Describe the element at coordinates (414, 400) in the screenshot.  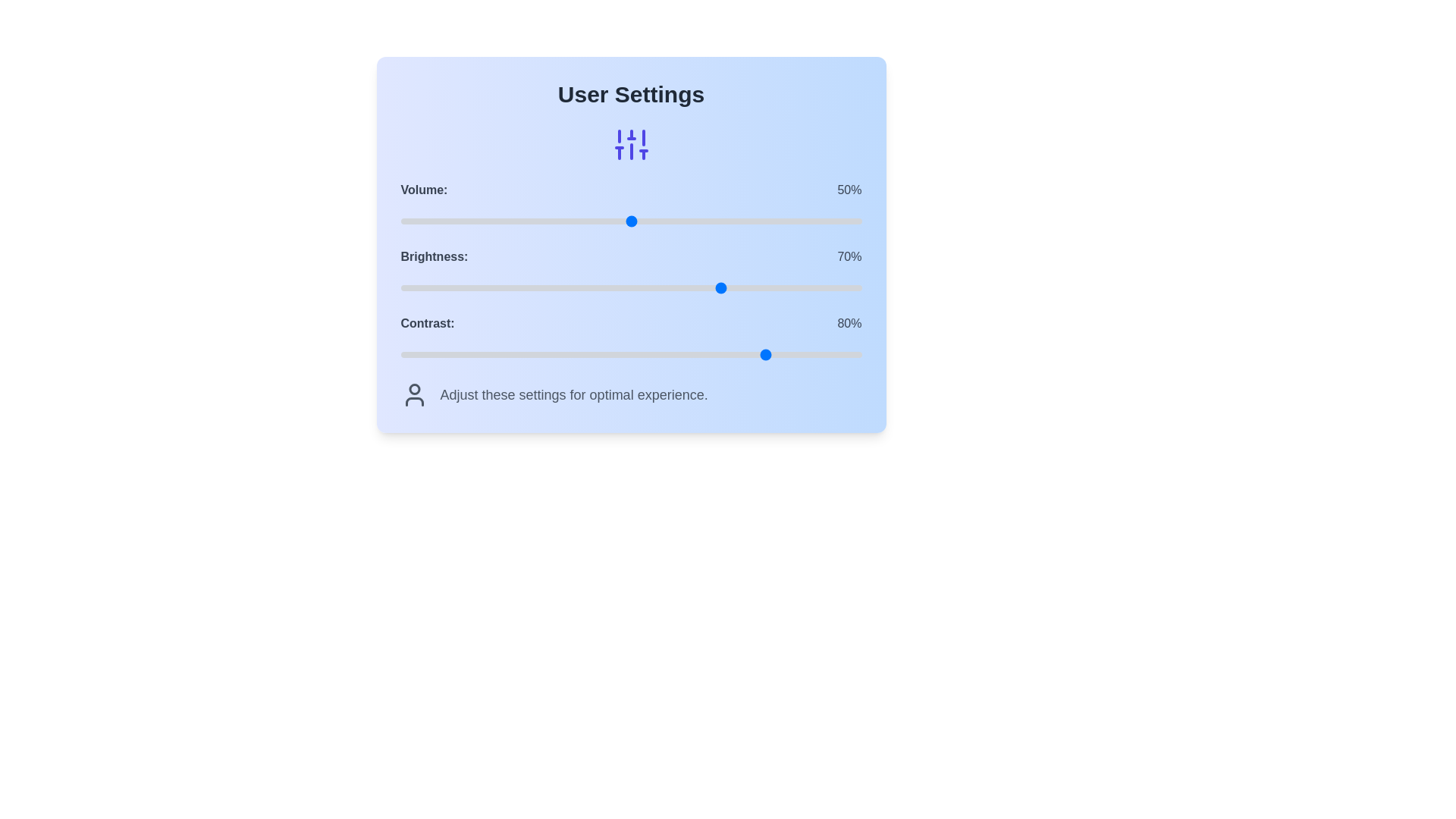
I see `the lower component of the user profile icon located at the bottom-left side of the card layout` at that location.